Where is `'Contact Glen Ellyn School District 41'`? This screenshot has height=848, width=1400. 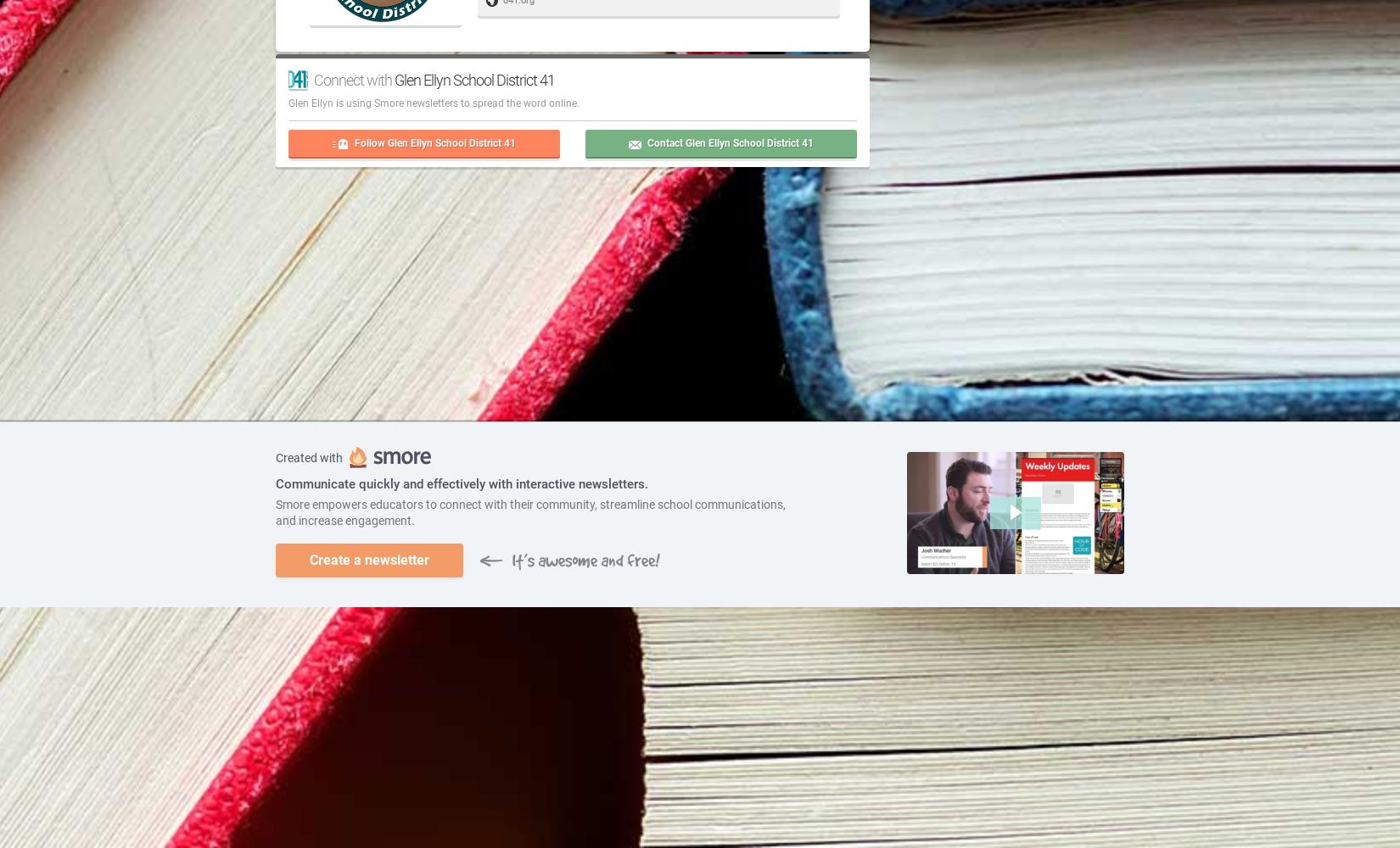
'Contact Glen Ellyn School District 41' is located at coordinates (730, 142).